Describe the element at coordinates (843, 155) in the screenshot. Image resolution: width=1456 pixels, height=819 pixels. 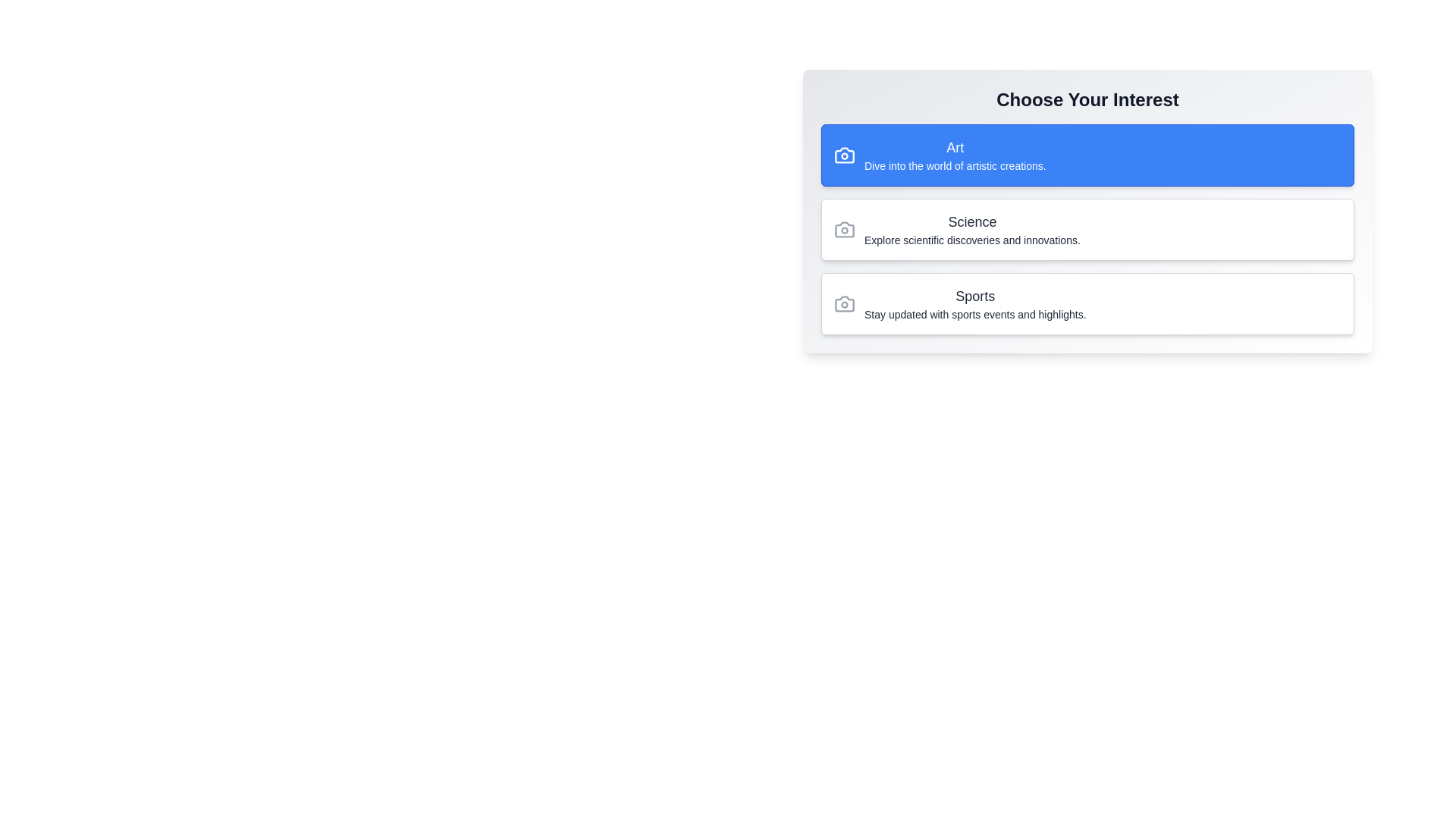
I see `the decorative 'Art' icon (SVG) located on the left side of the top entry in the 'Choose Your Interest' list` at that location.